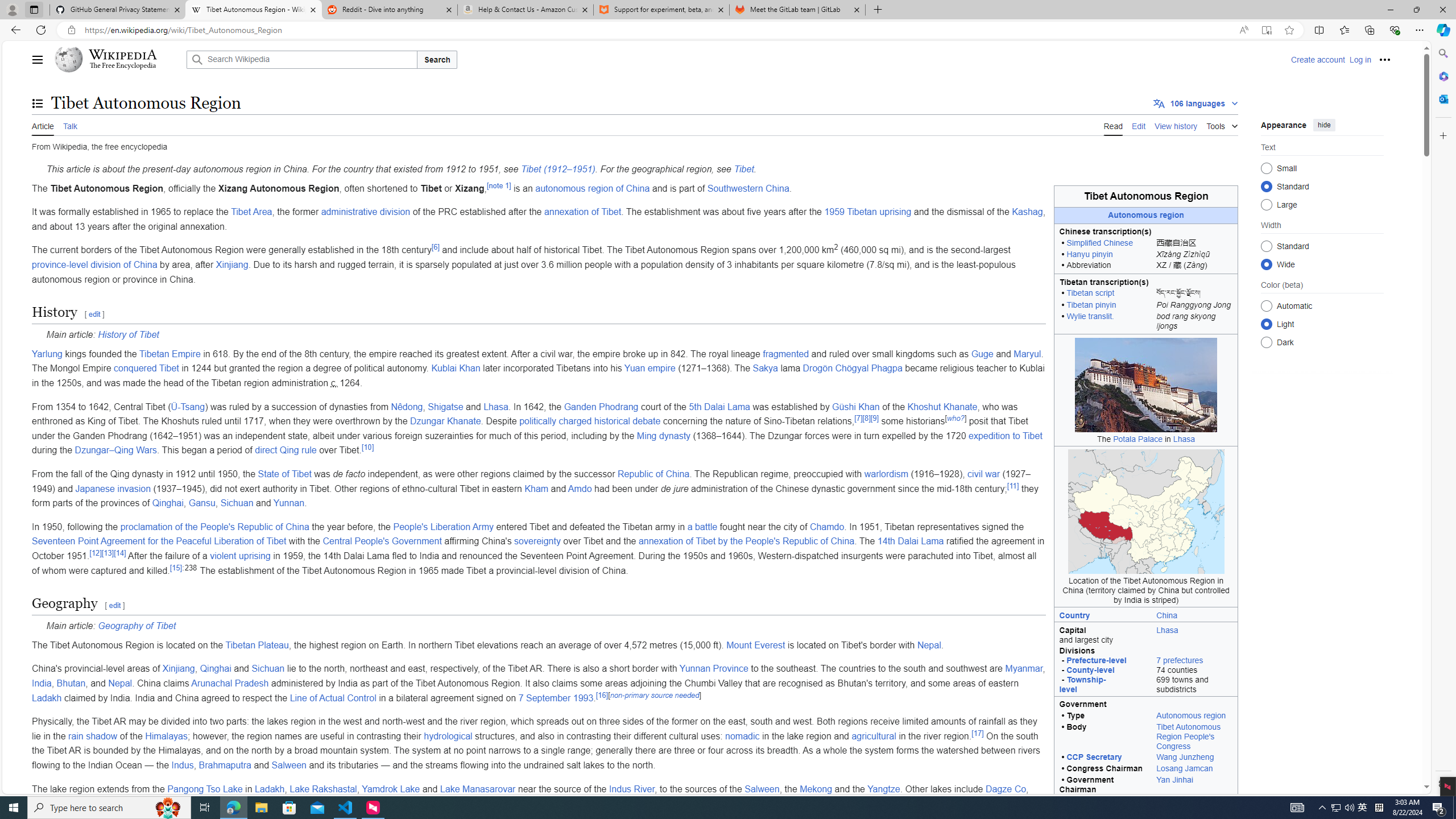 Image resolution: width=1456 pixels, height=819 pixels. Describe the element at coordinates (582, 211) in the screenshot. I see `'annexation of Tibet'` at that location.